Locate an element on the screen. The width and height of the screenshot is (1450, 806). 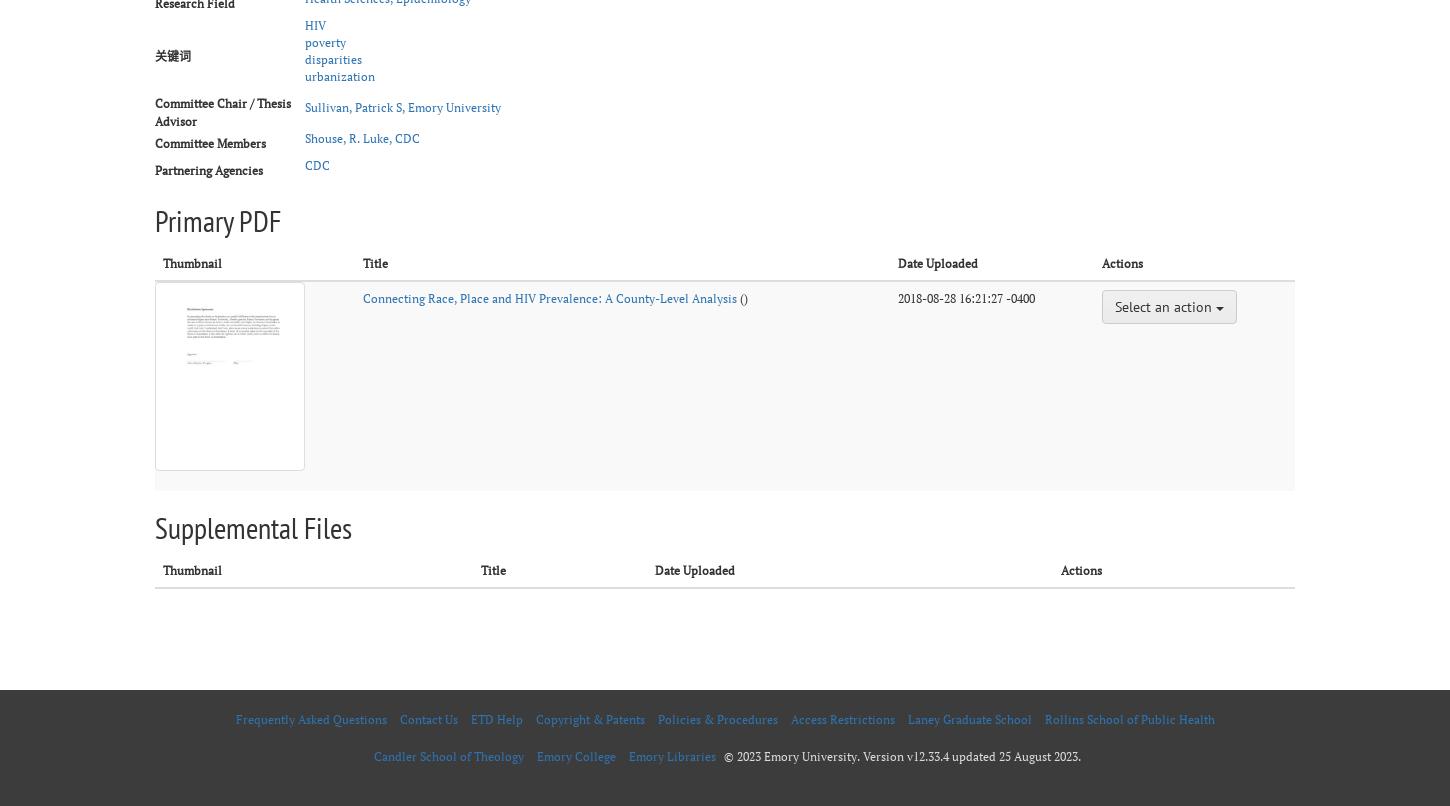
'Primary PDF' is located at coordinates (216, 218).